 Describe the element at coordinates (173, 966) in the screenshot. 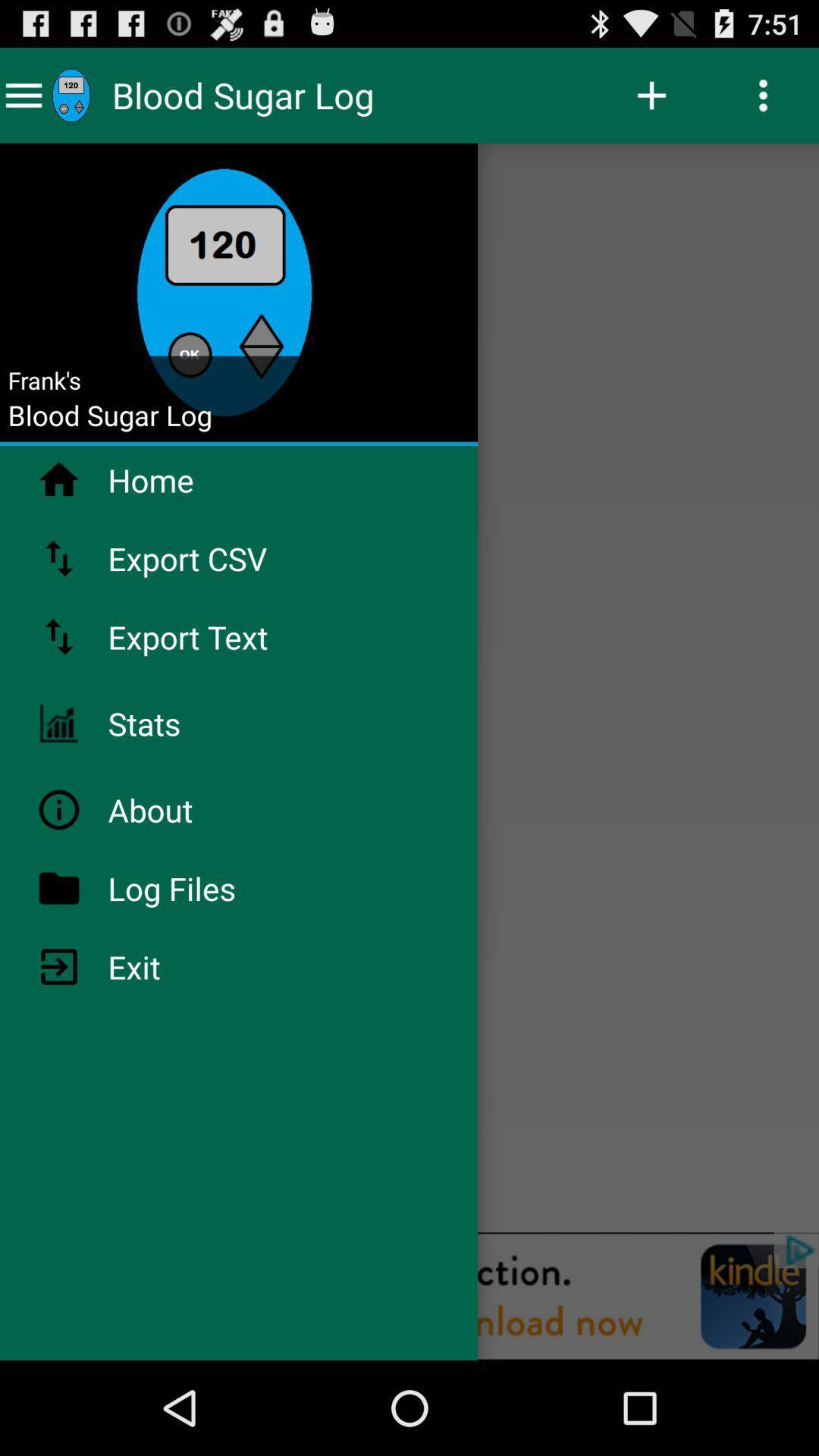

I see `the item below the log files item` at that location.